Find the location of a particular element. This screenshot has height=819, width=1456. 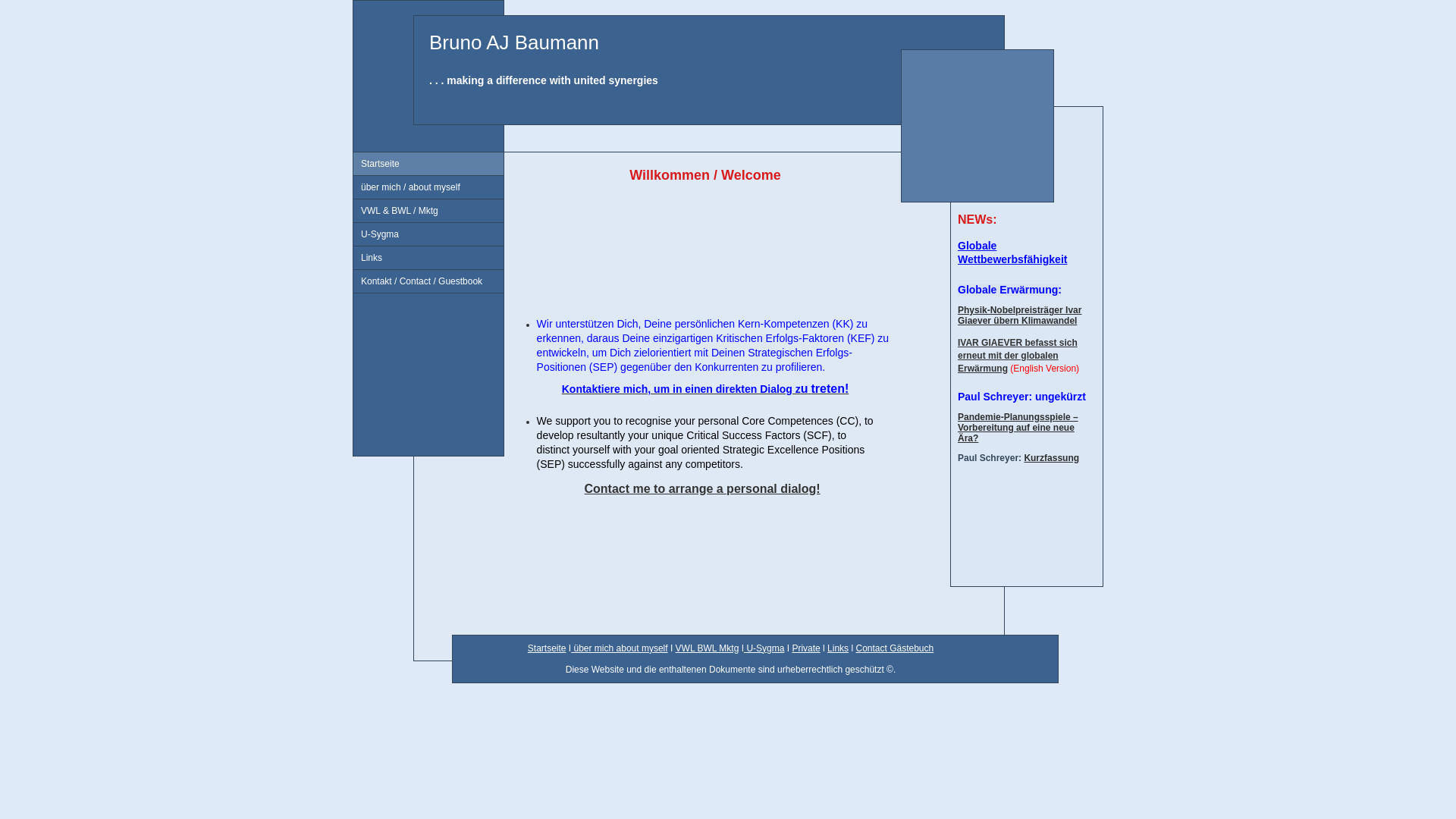

'Kontaktiere mich, um in einen direkten Dialog zu treten!' is located at coordinates (560, 388).